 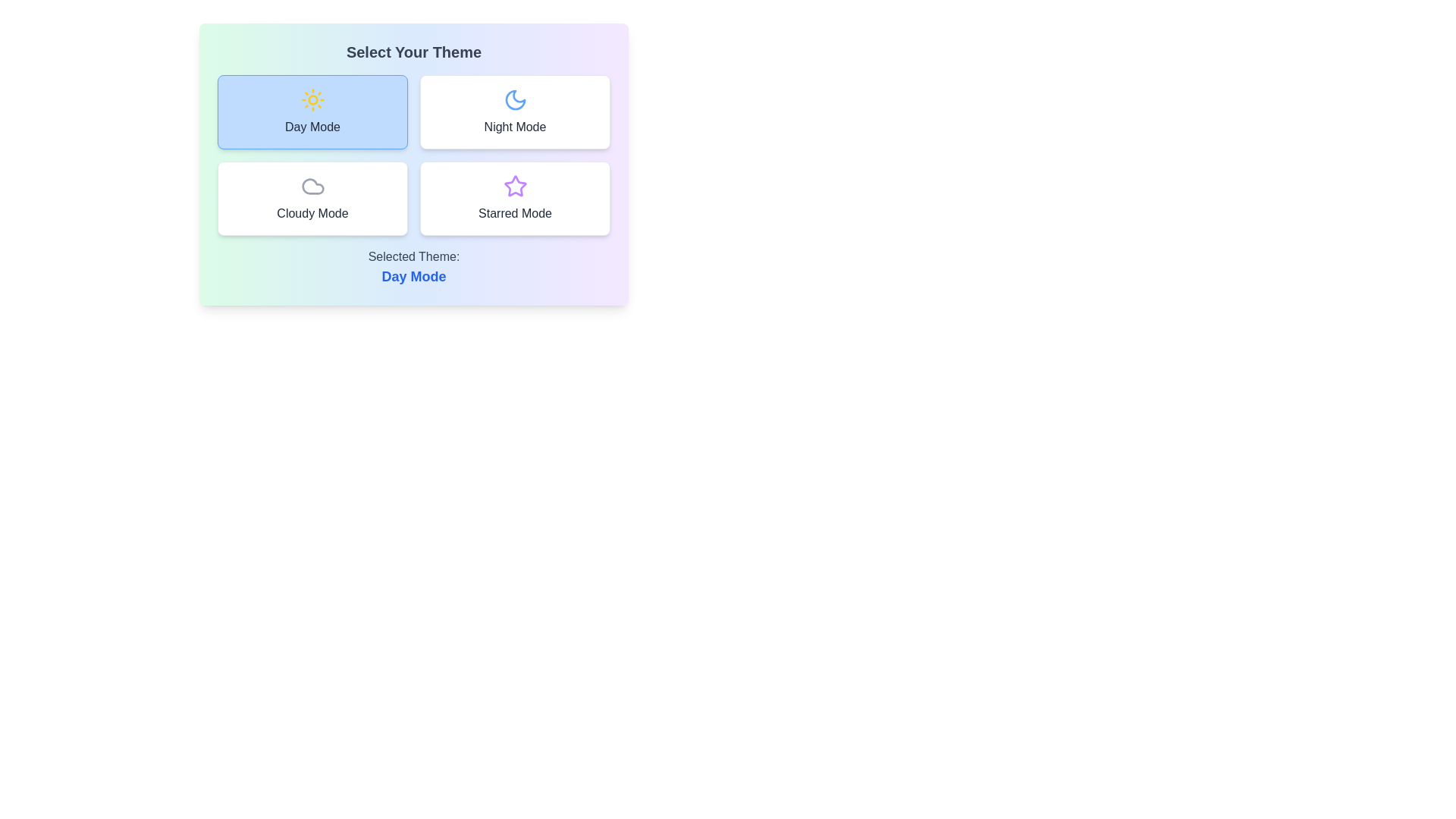 What do you see at coordinates (312, 198) in the screenshot?
I see `the button corresponding to Cloudy Mode theme to observe its hover effect` at bounding box center [312, 198].